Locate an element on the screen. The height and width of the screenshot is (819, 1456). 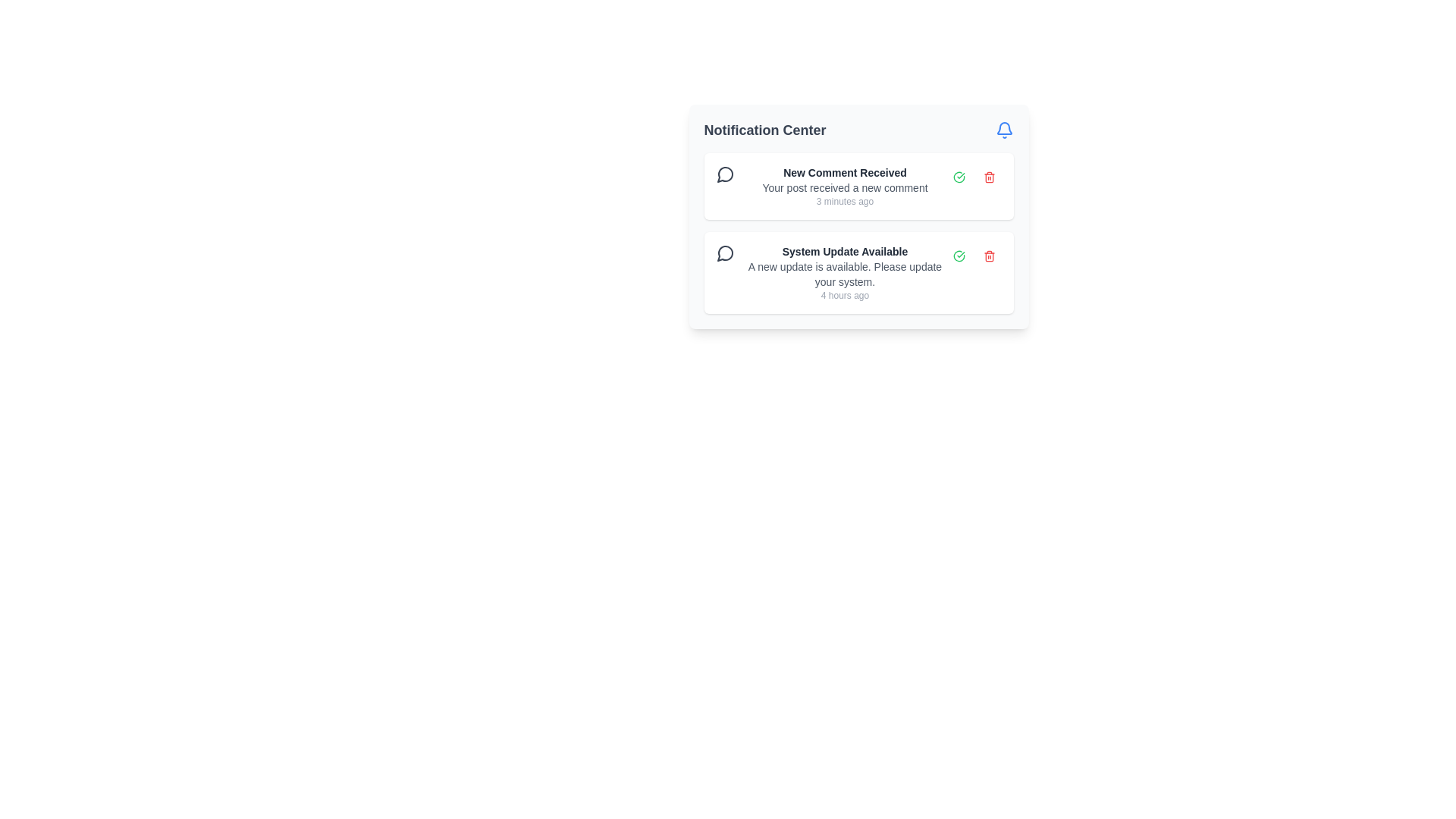
text indicating '4 hours ago' located beneath the notification titled 'System Update Available', which is styled in a small, gray, and light font is located at coordinates (844, 295).